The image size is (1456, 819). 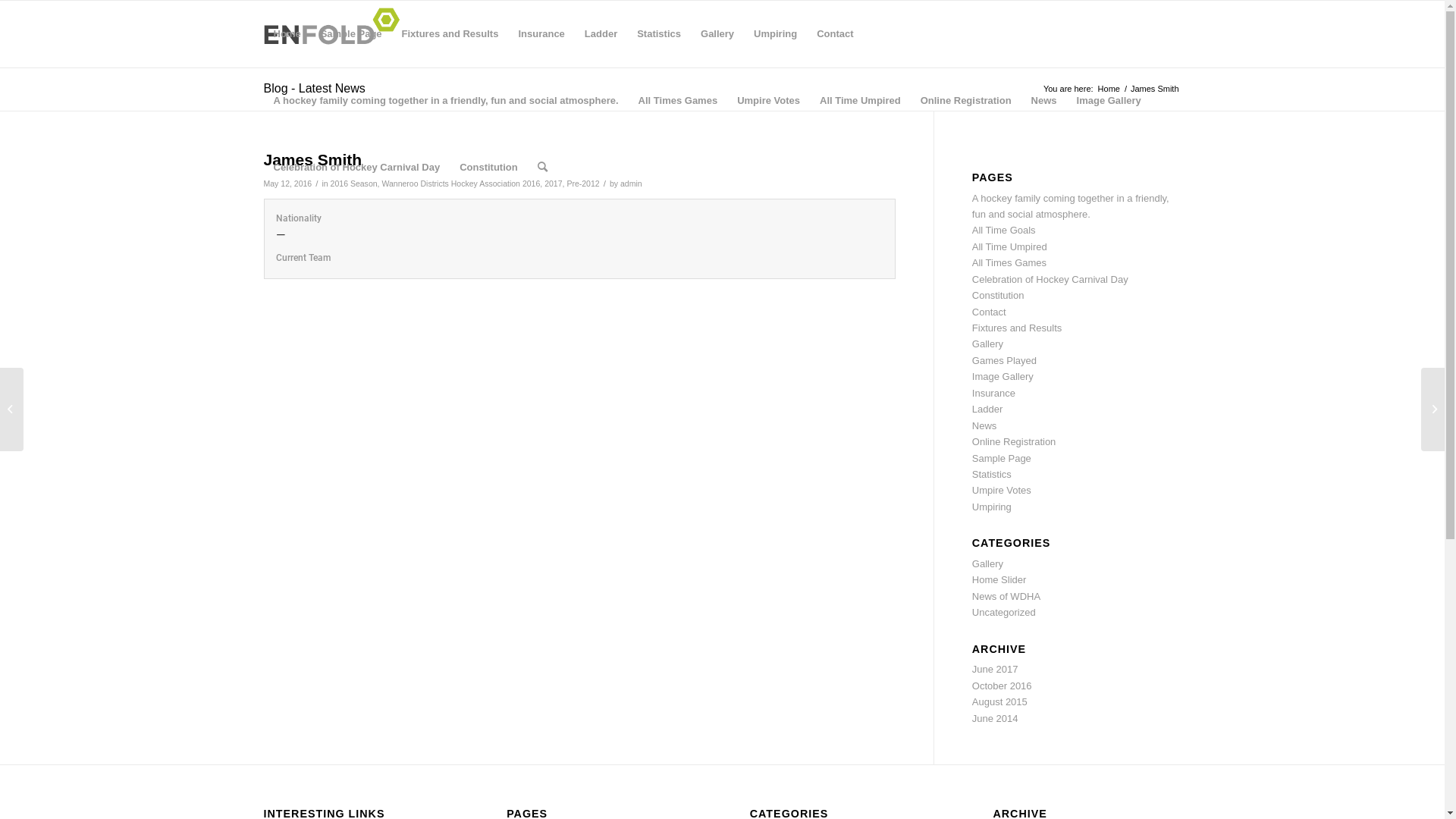 I want to click on 'Home', so click(x=1109, y=89).